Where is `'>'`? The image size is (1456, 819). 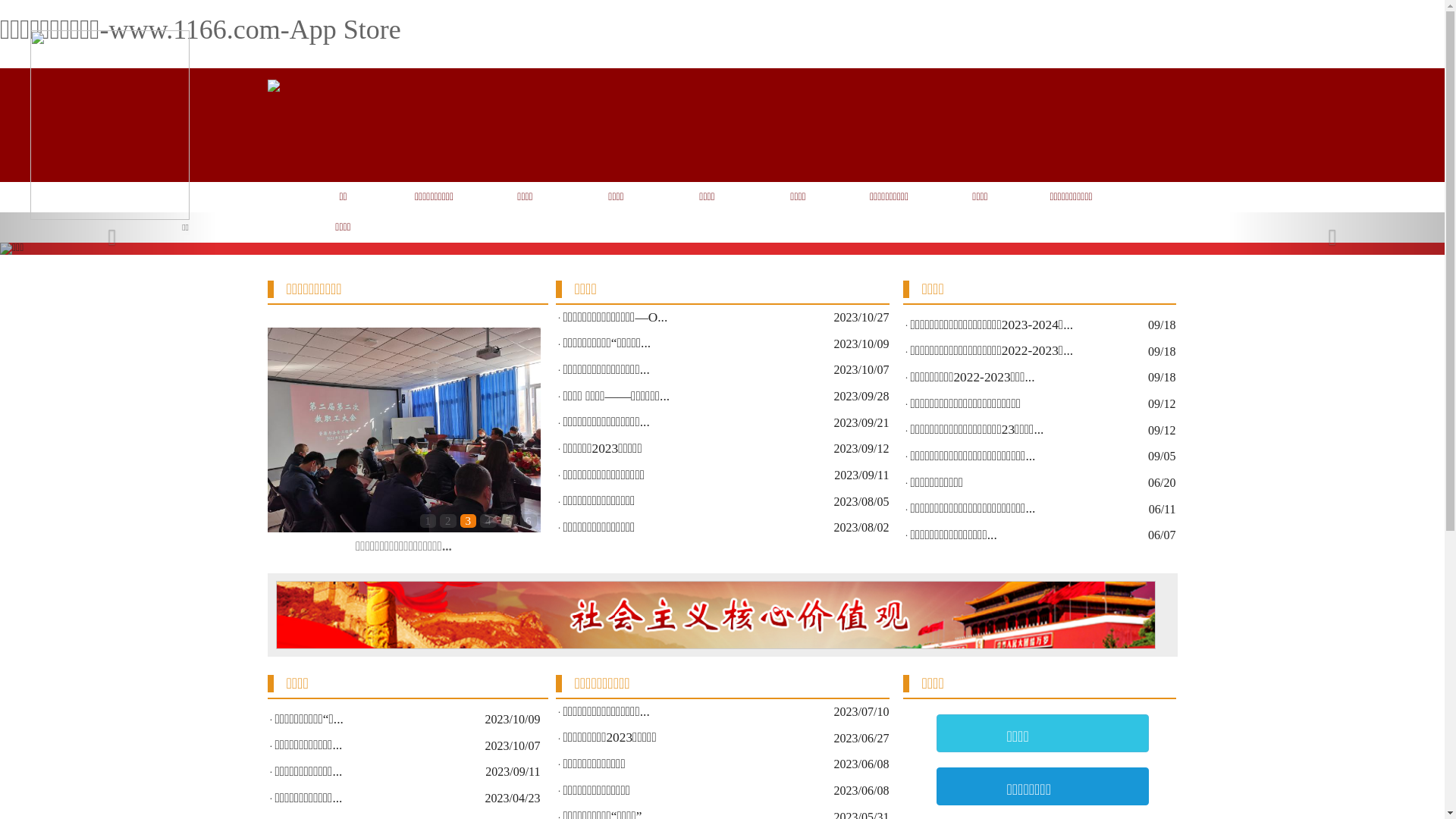
'>' is located at coordinates (524, 441).